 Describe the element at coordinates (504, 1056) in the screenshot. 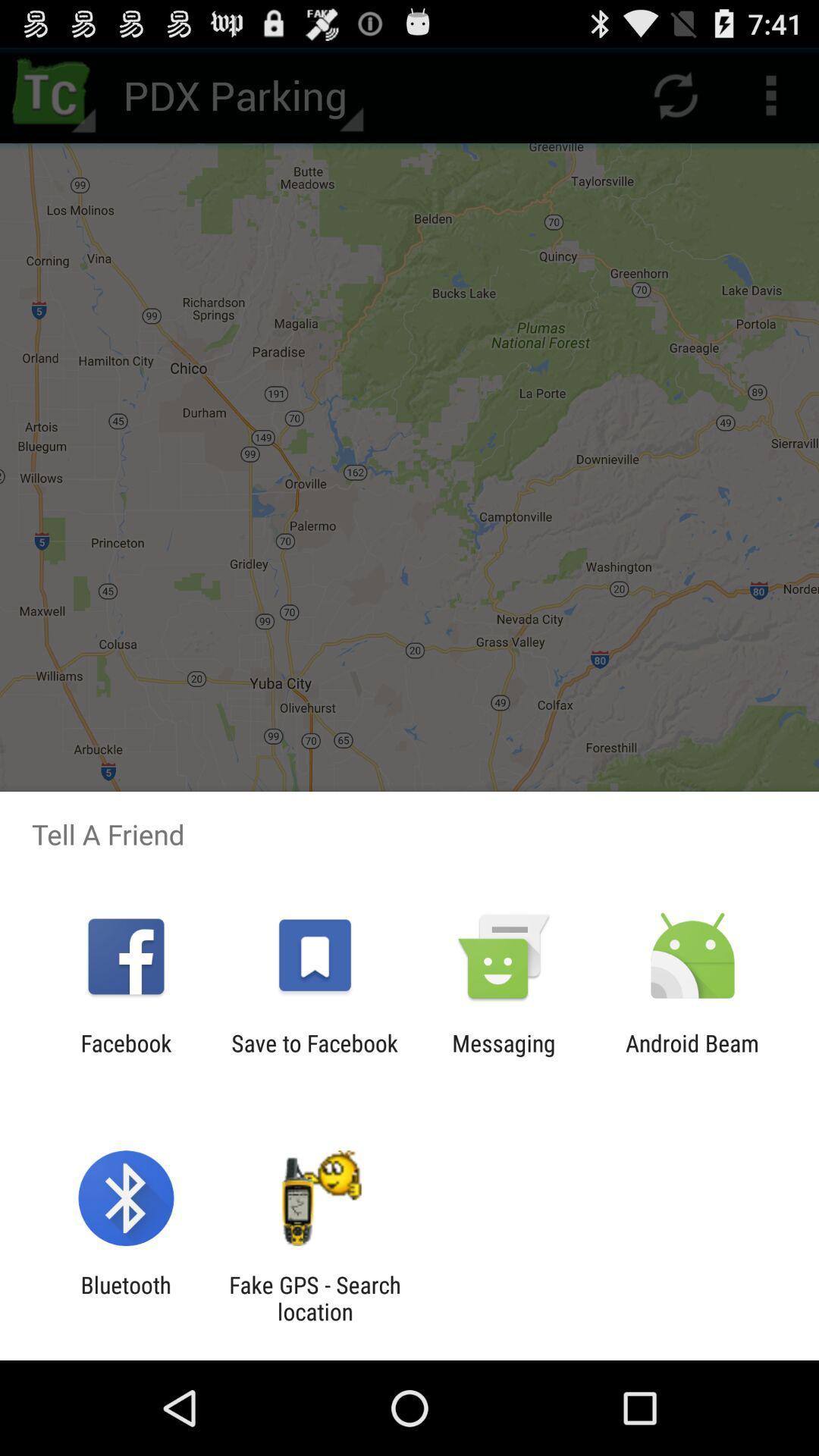

I see `messaging` at that location.